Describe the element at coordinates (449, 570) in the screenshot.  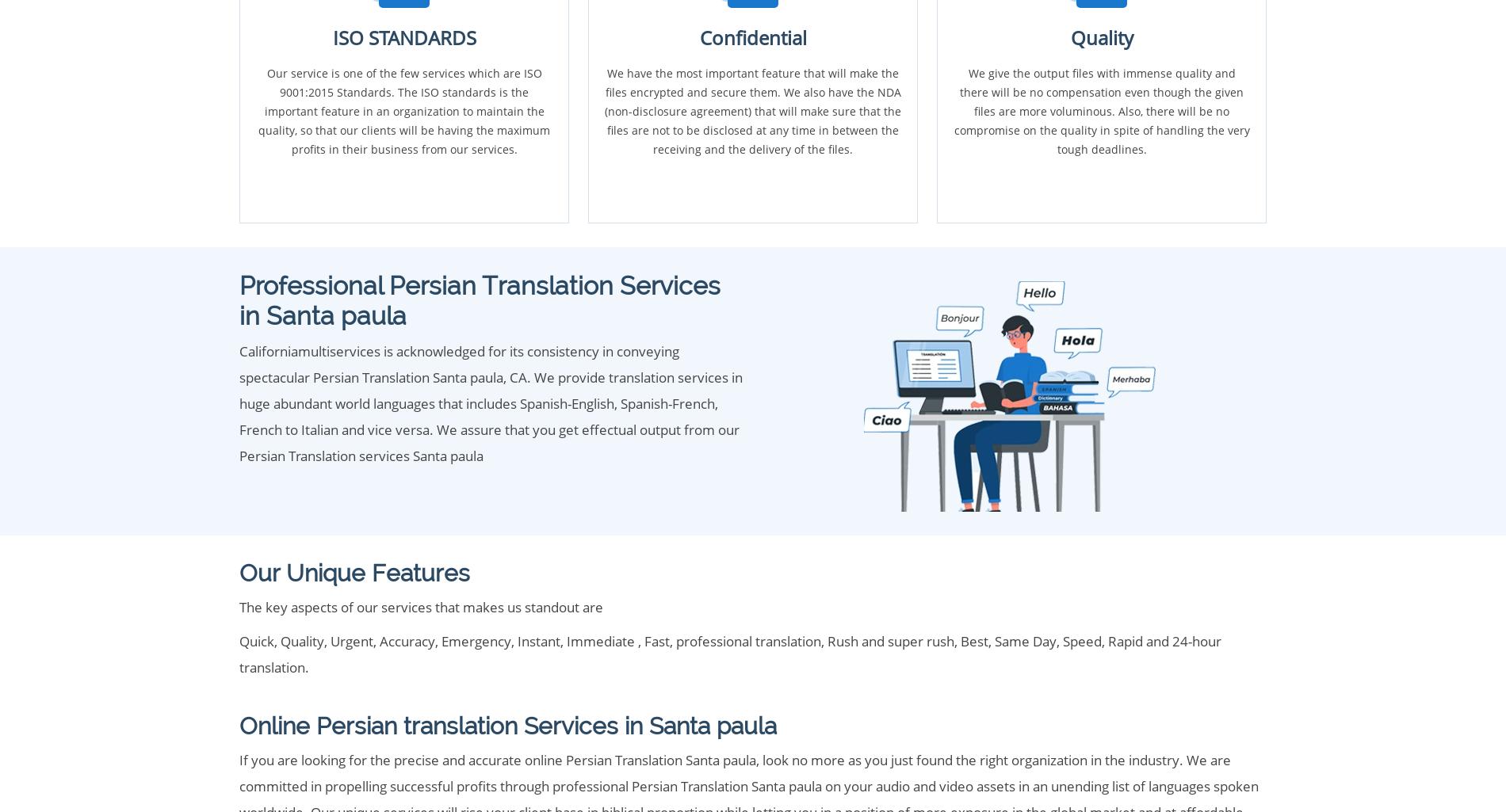
I see `'From xml, html, txt, jpg, giff, docx, word, doc, ppt, xls, pdf, and more.'` at that location.